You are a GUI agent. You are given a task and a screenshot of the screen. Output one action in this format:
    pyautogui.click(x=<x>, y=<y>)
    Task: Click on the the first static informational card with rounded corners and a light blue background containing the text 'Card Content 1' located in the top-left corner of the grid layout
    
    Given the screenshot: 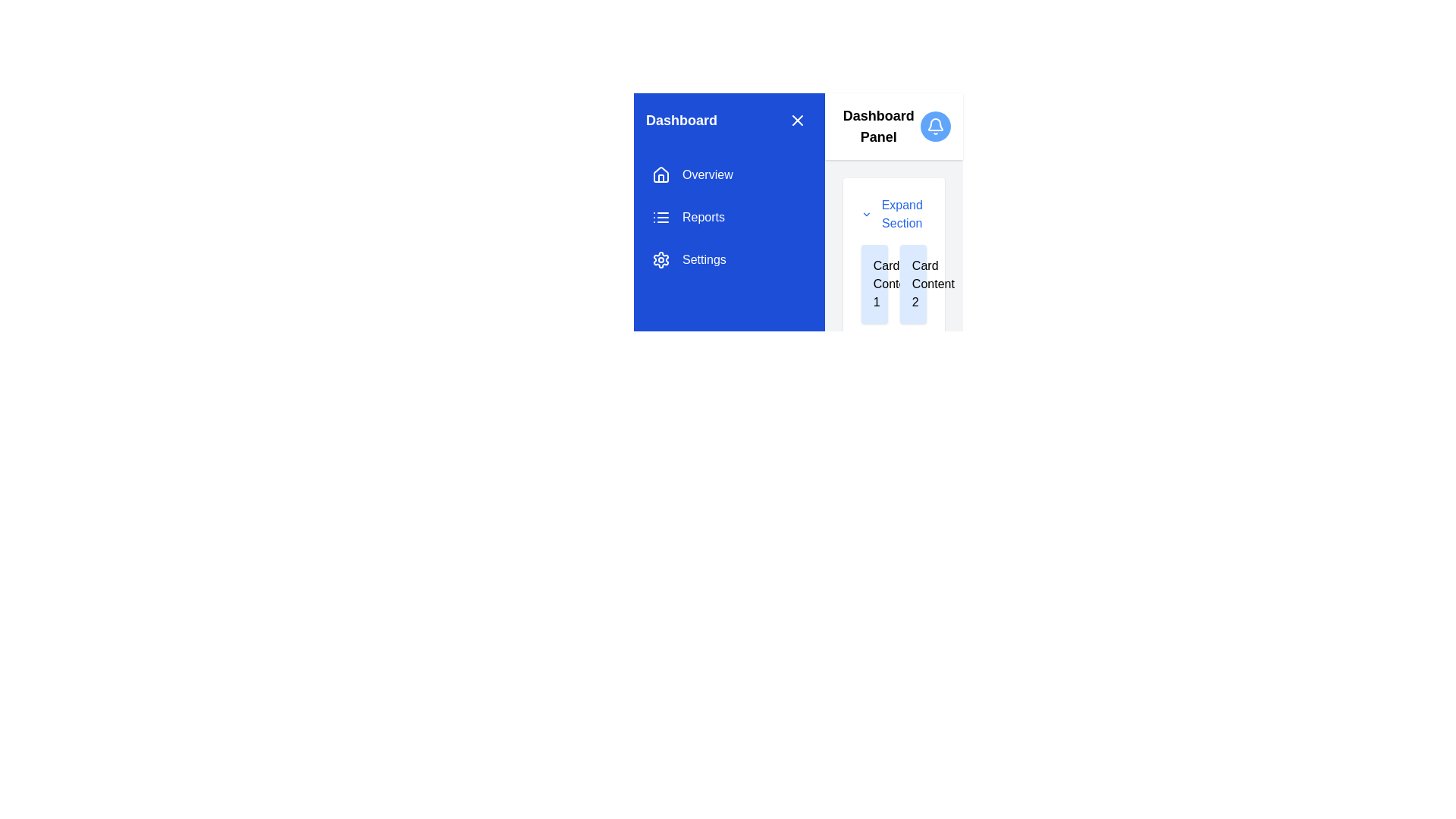 What is the action you would take?
    pyautogui.click(x=874, y=284)
    